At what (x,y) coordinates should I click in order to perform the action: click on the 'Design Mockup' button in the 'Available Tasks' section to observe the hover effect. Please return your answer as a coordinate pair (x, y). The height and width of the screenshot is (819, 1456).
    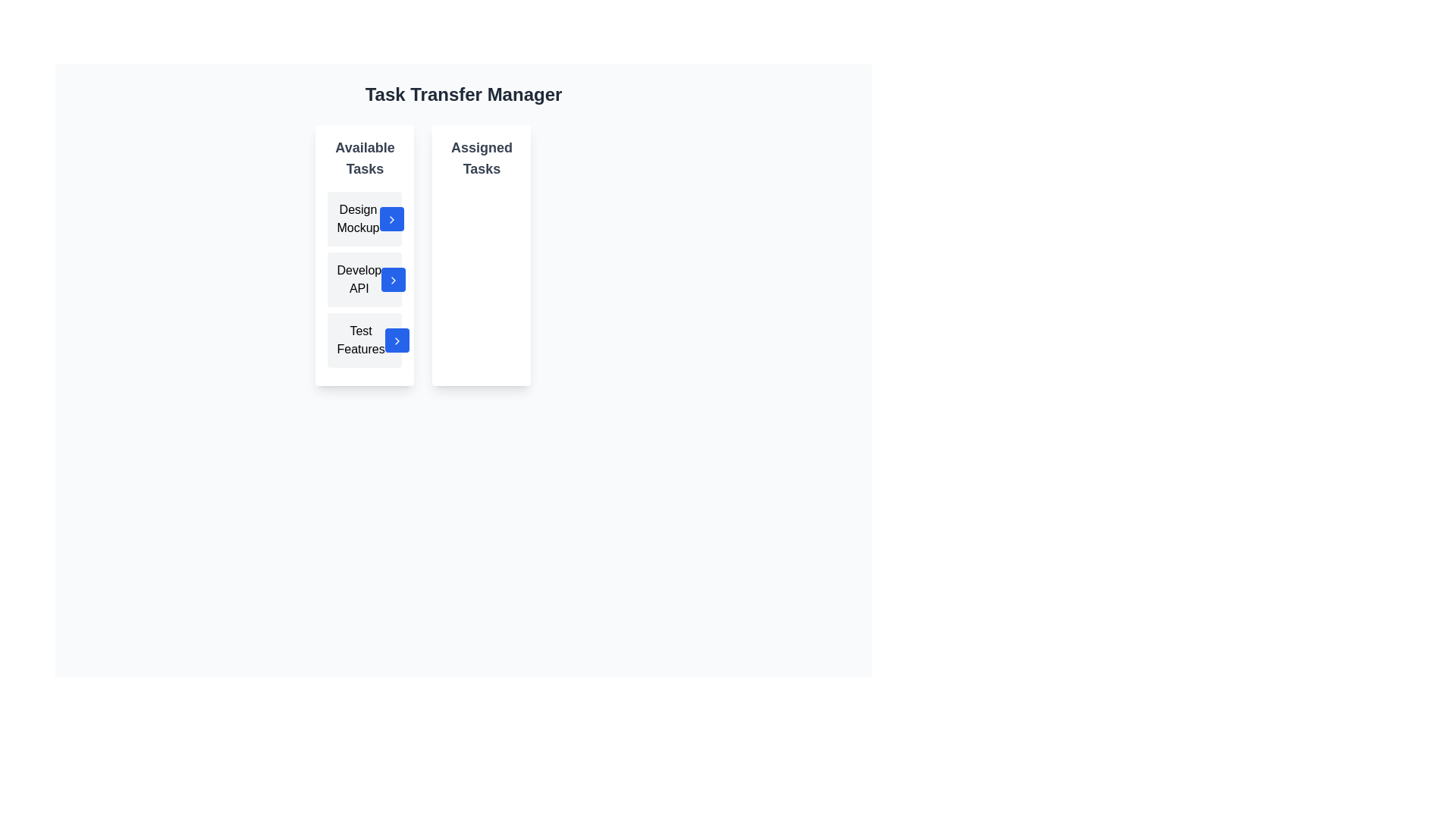
    Looking at the image, I should click on (365, 219).